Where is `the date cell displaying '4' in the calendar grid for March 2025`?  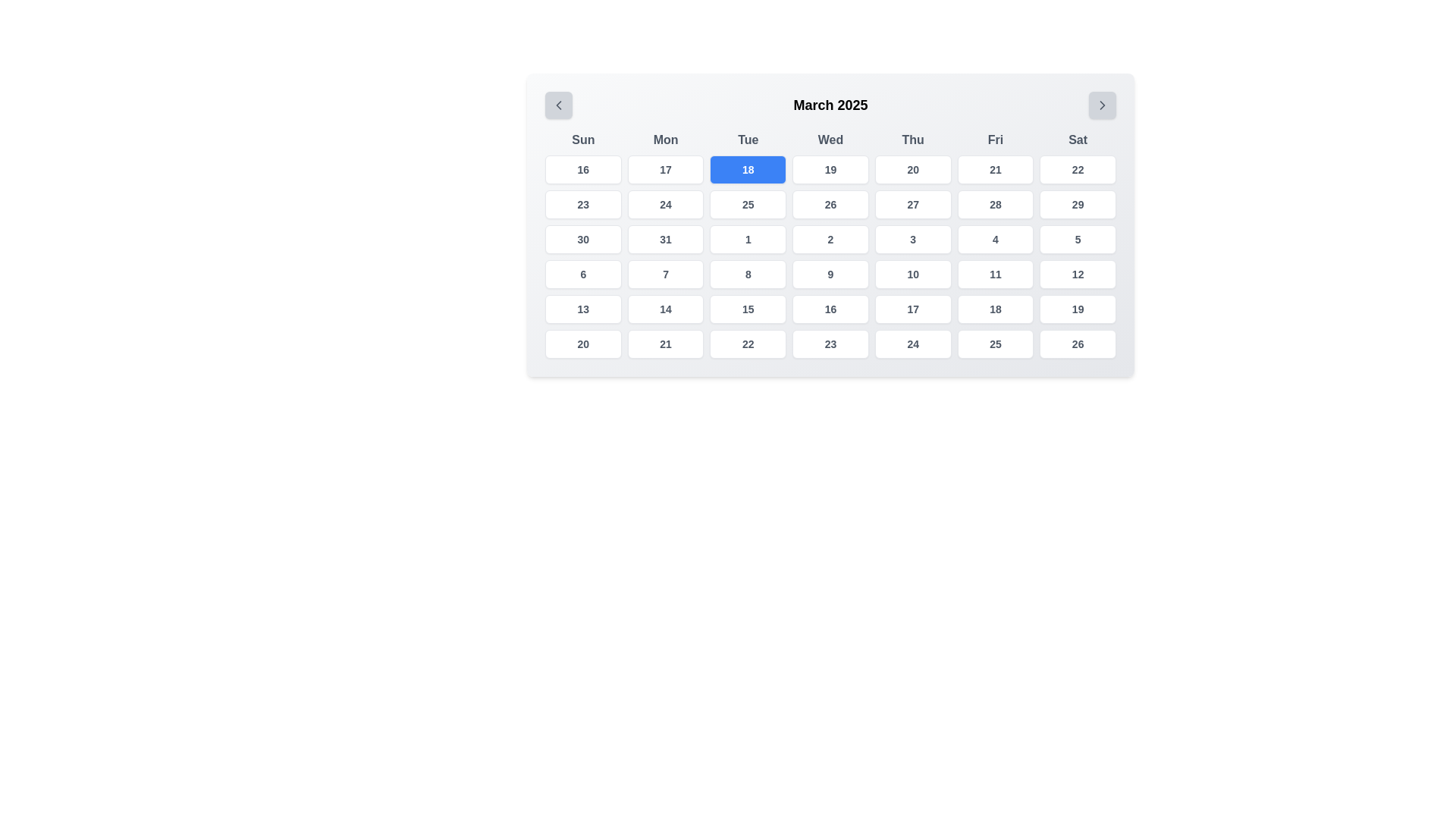 the date cell displaying '4' in the calendar grid for March 2025 is located at coordinates (995, 239).